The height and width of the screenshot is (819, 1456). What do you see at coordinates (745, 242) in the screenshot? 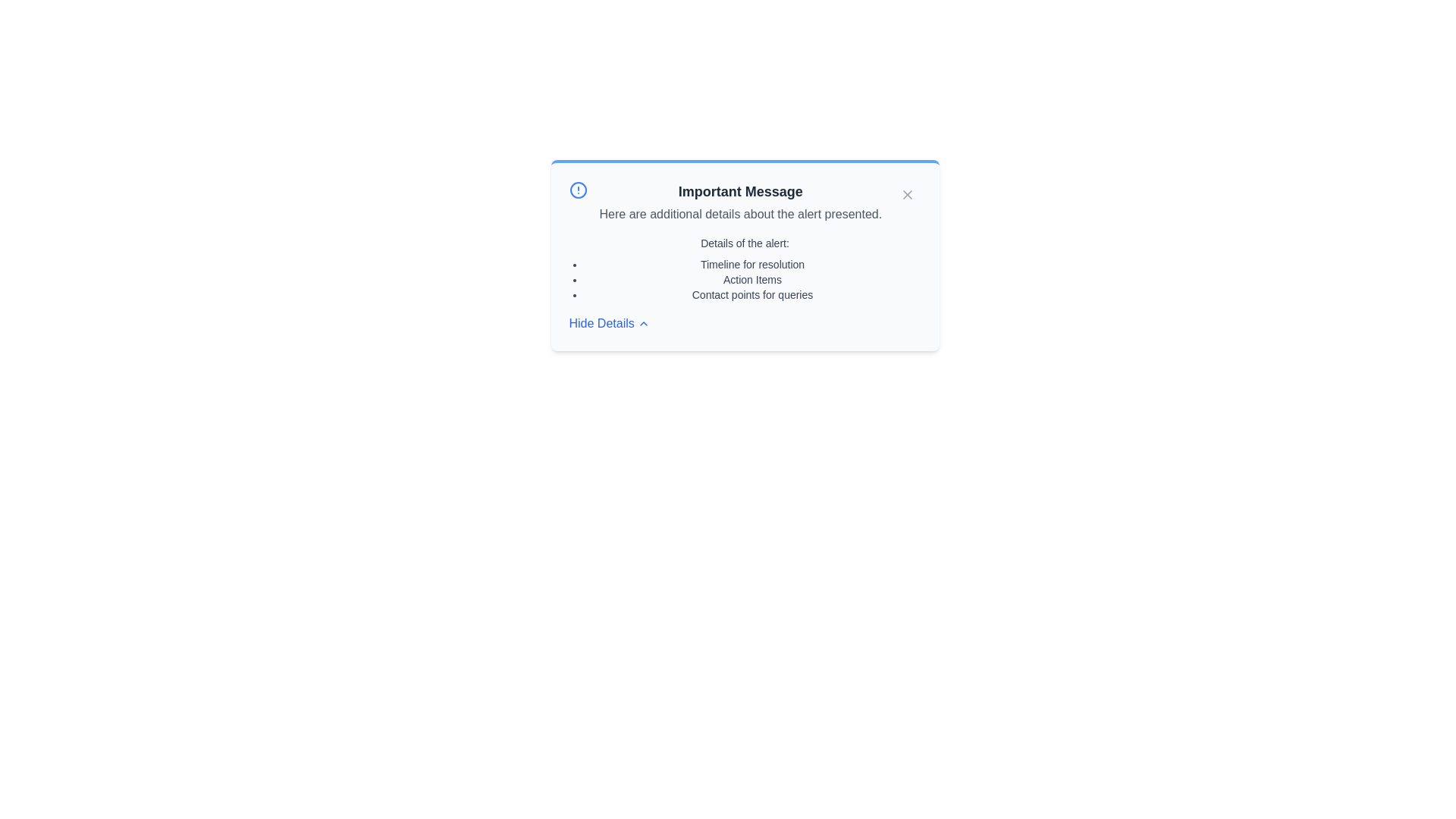
I see `the static text label that reads 'Details of the alert:', which is styled with a smaller font size and located below the header 'Important Message'` at bounding box center [745, 242].